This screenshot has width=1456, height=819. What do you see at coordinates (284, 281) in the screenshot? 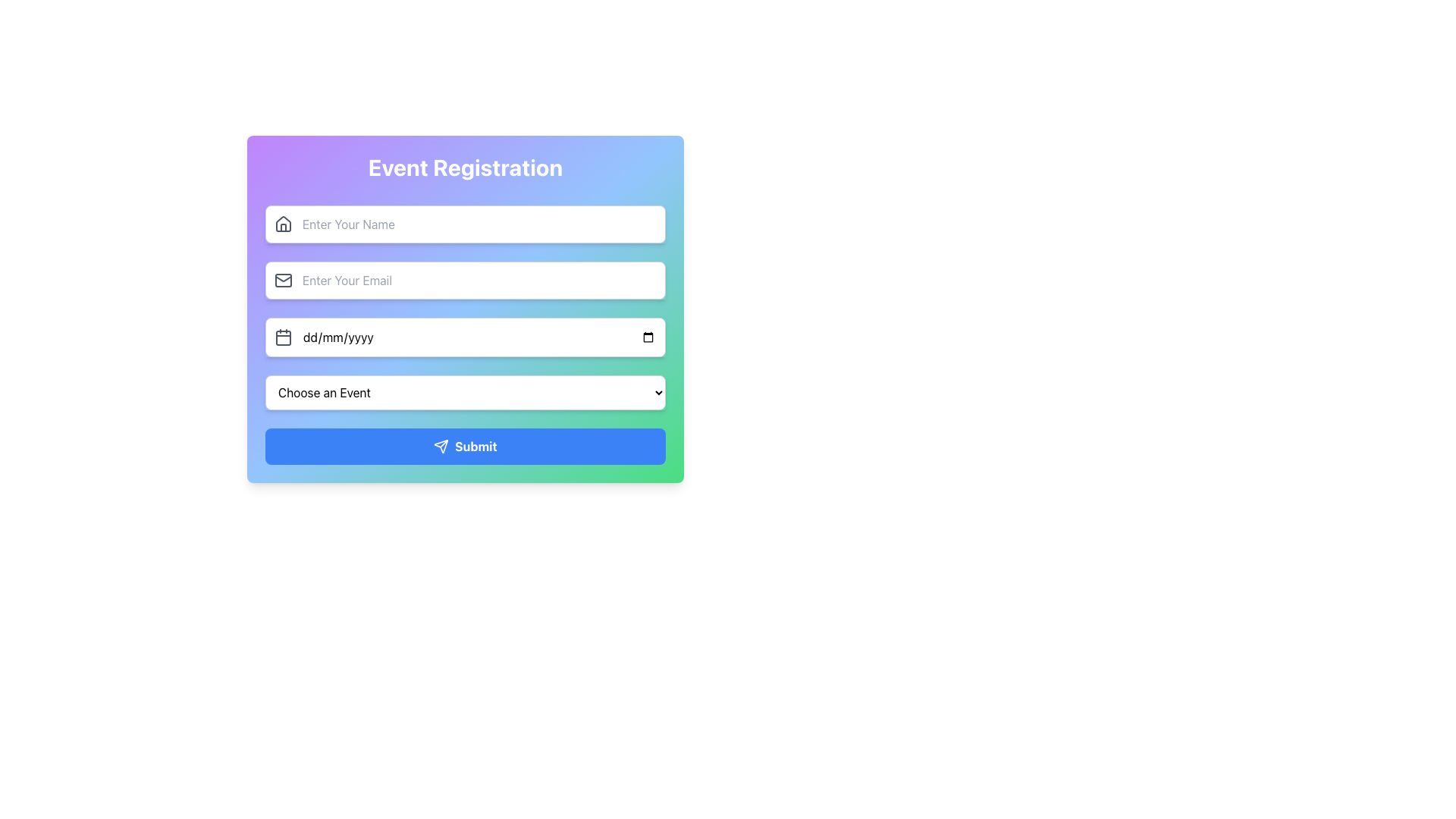
I see `the mail icon, which is a gray stylized envelope located to the left of the email input field with the placeholder 'Enter Your Email' in the second row of the form` at bounding box center [284, 281].